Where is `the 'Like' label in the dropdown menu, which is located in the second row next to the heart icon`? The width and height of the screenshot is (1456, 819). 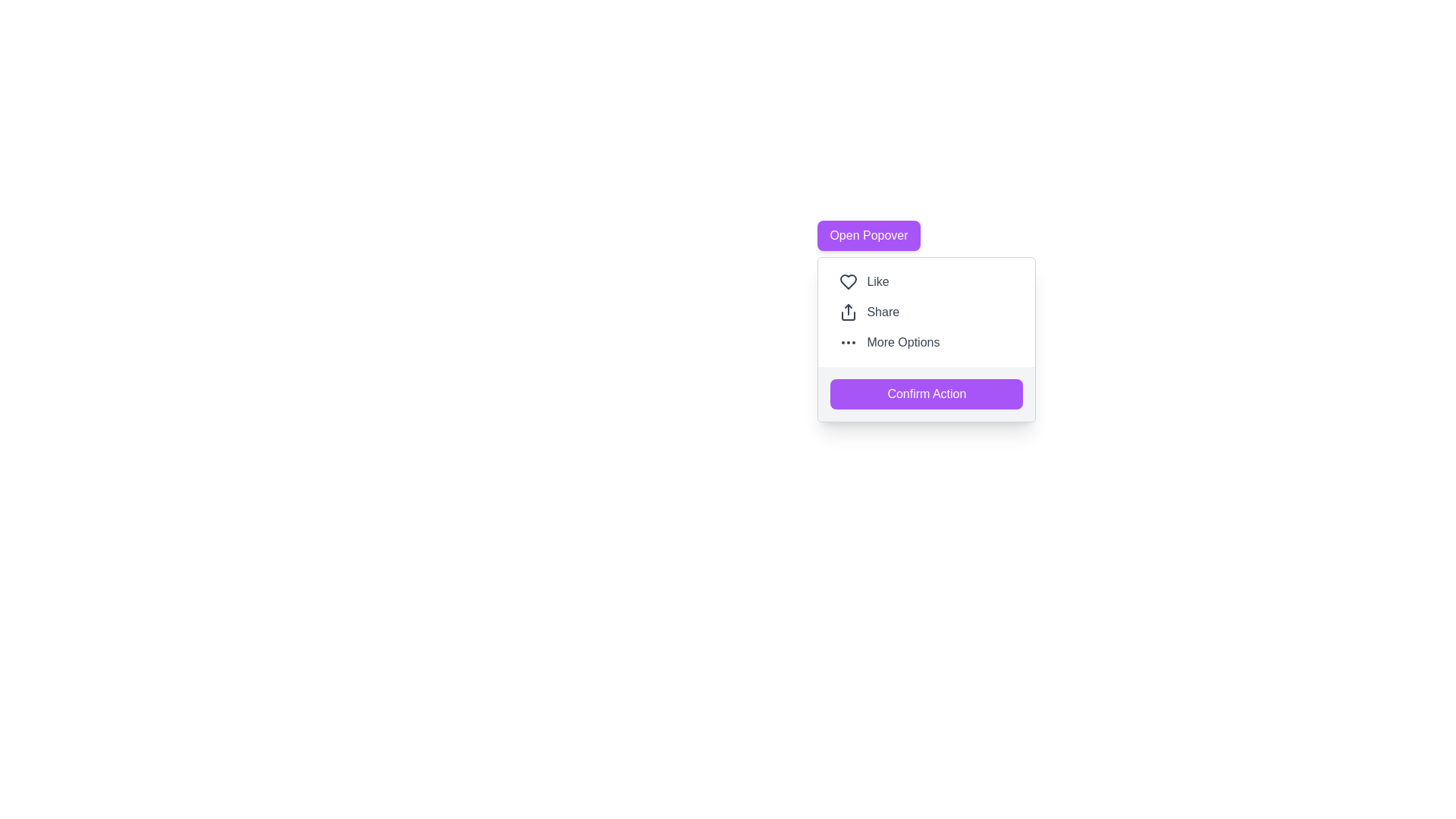 the 'Like' label in the dropdown menu, which is located in the second row next to the heart icon is located at coordinates (878, 281).